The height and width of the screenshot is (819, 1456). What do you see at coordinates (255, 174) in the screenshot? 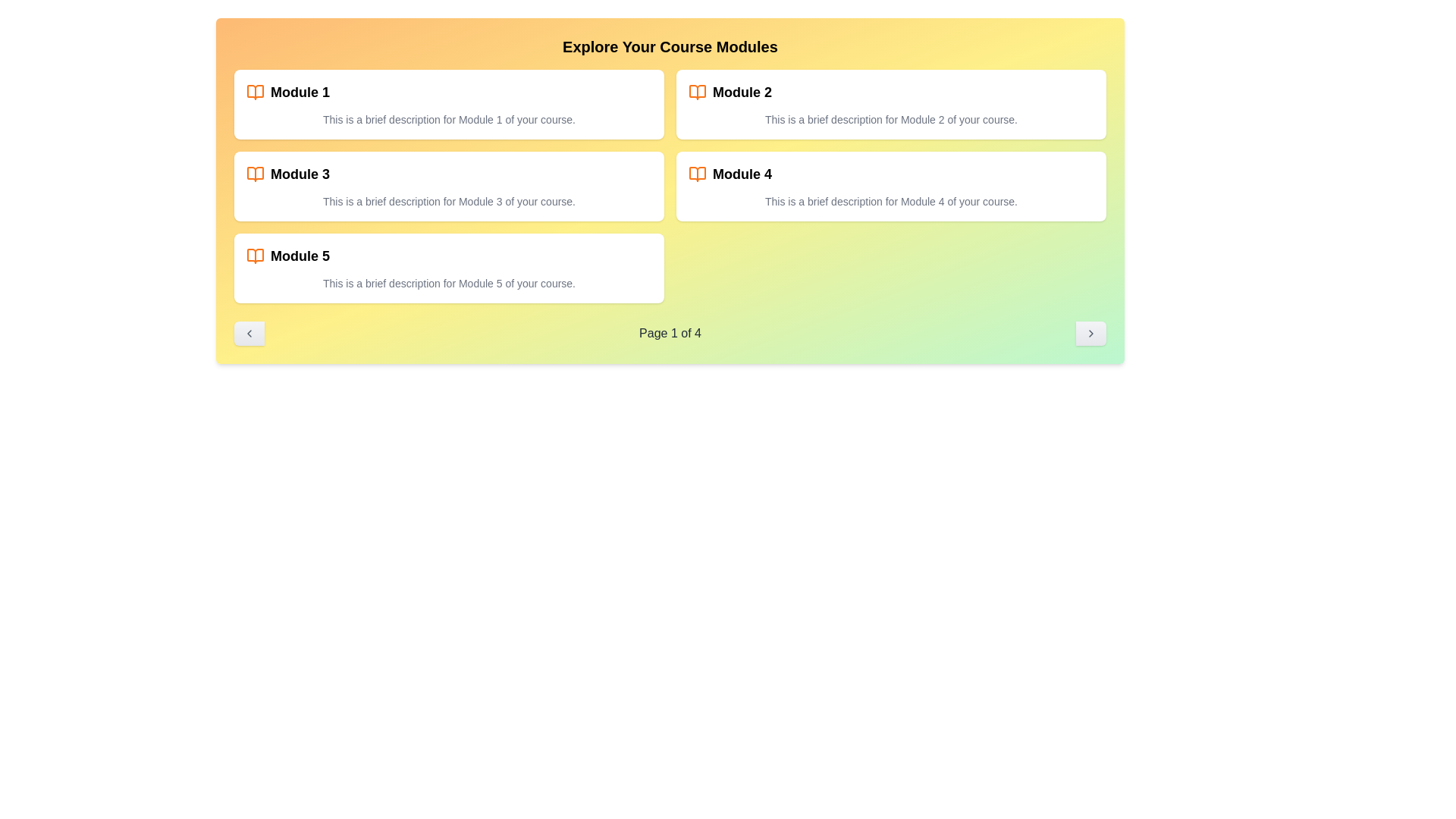
I see `the decorative icon representing 'Module 3', which is positioned to the left of the text in the second row of course modules` at bounding box center [255, 174].